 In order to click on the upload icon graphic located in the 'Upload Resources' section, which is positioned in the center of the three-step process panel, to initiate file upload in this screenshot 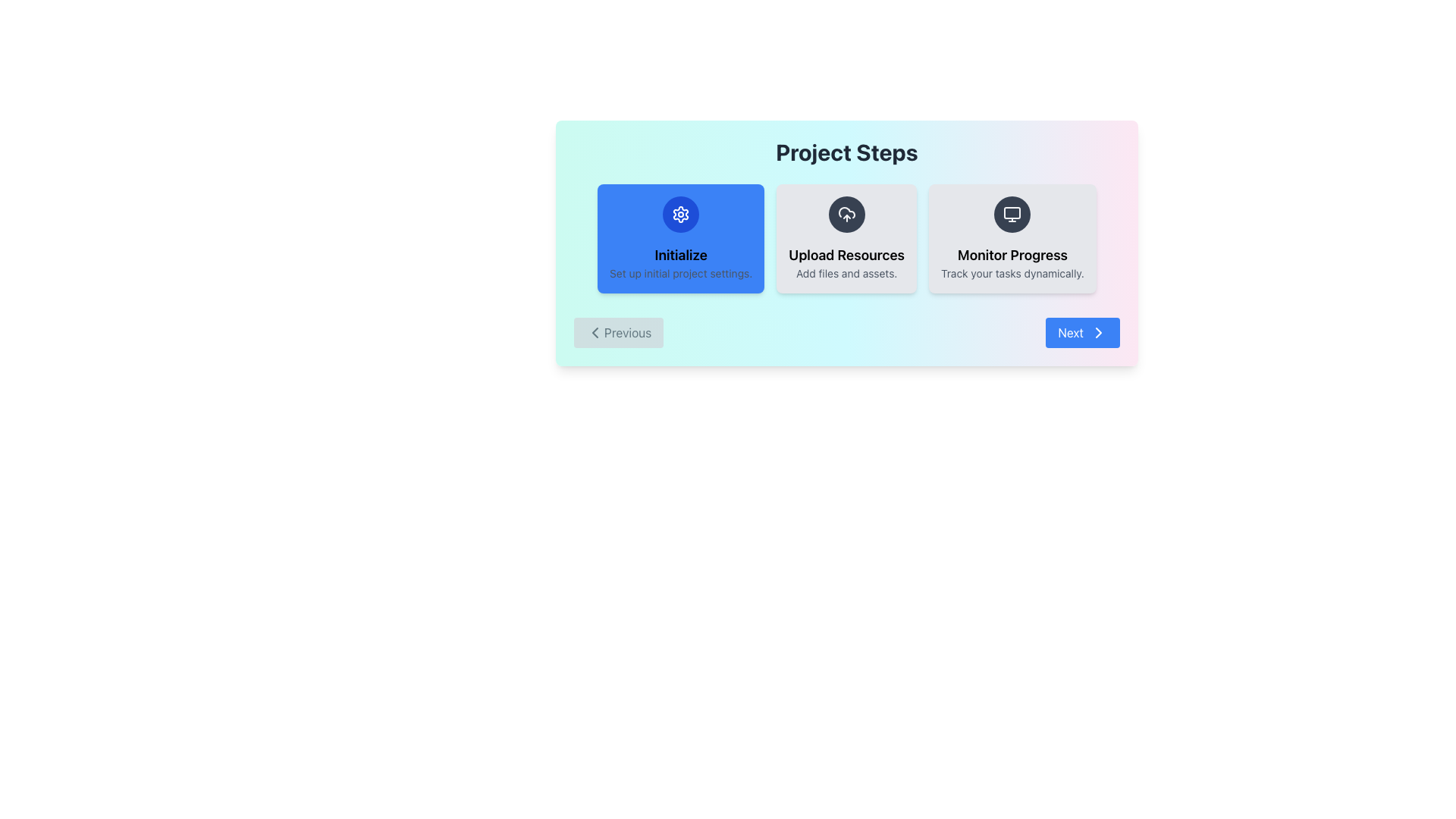, I will do `click(846, 214)`.